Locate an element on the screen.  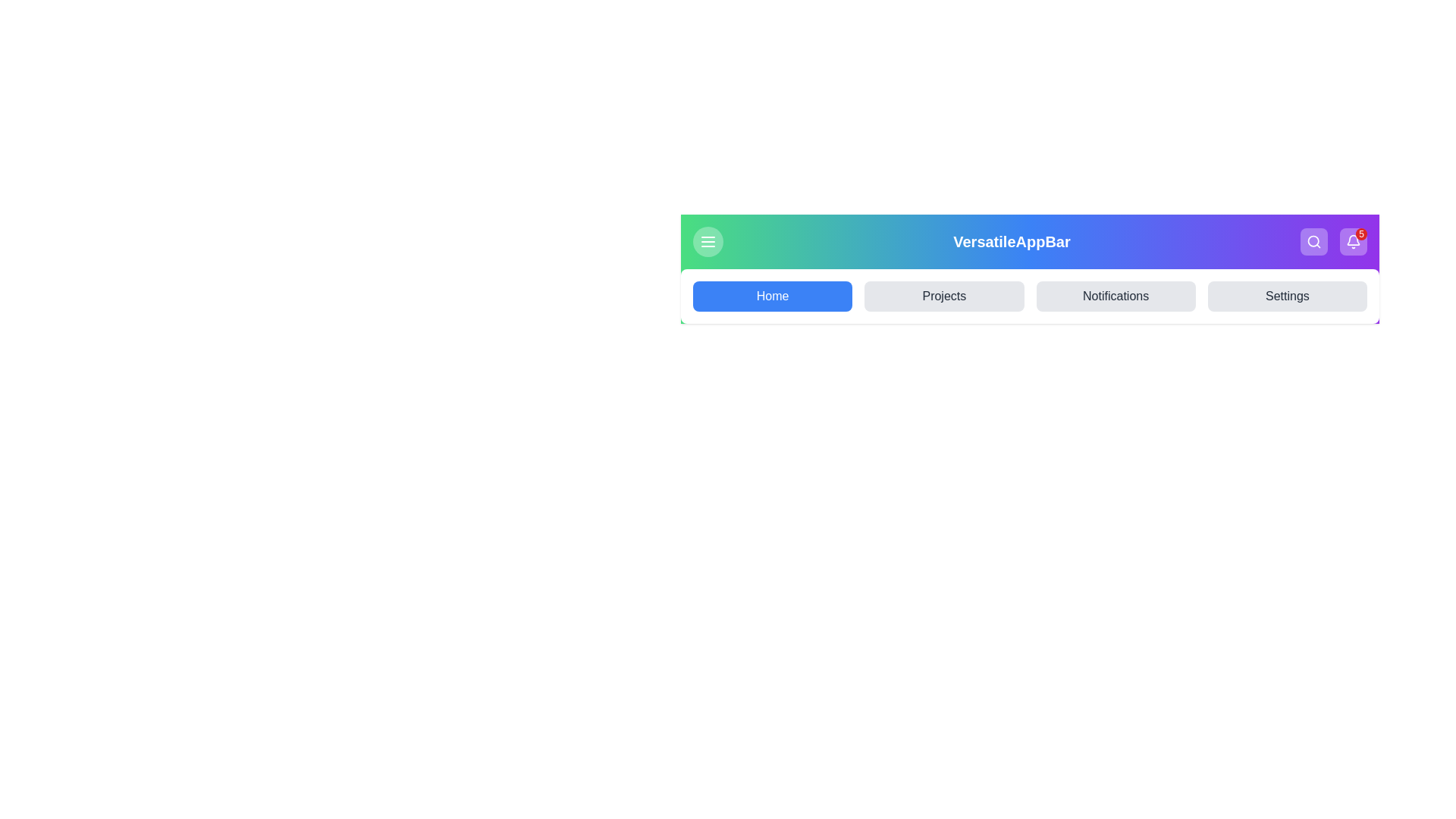
the search button to initiate a search action is located at coordinates (1313, 241).